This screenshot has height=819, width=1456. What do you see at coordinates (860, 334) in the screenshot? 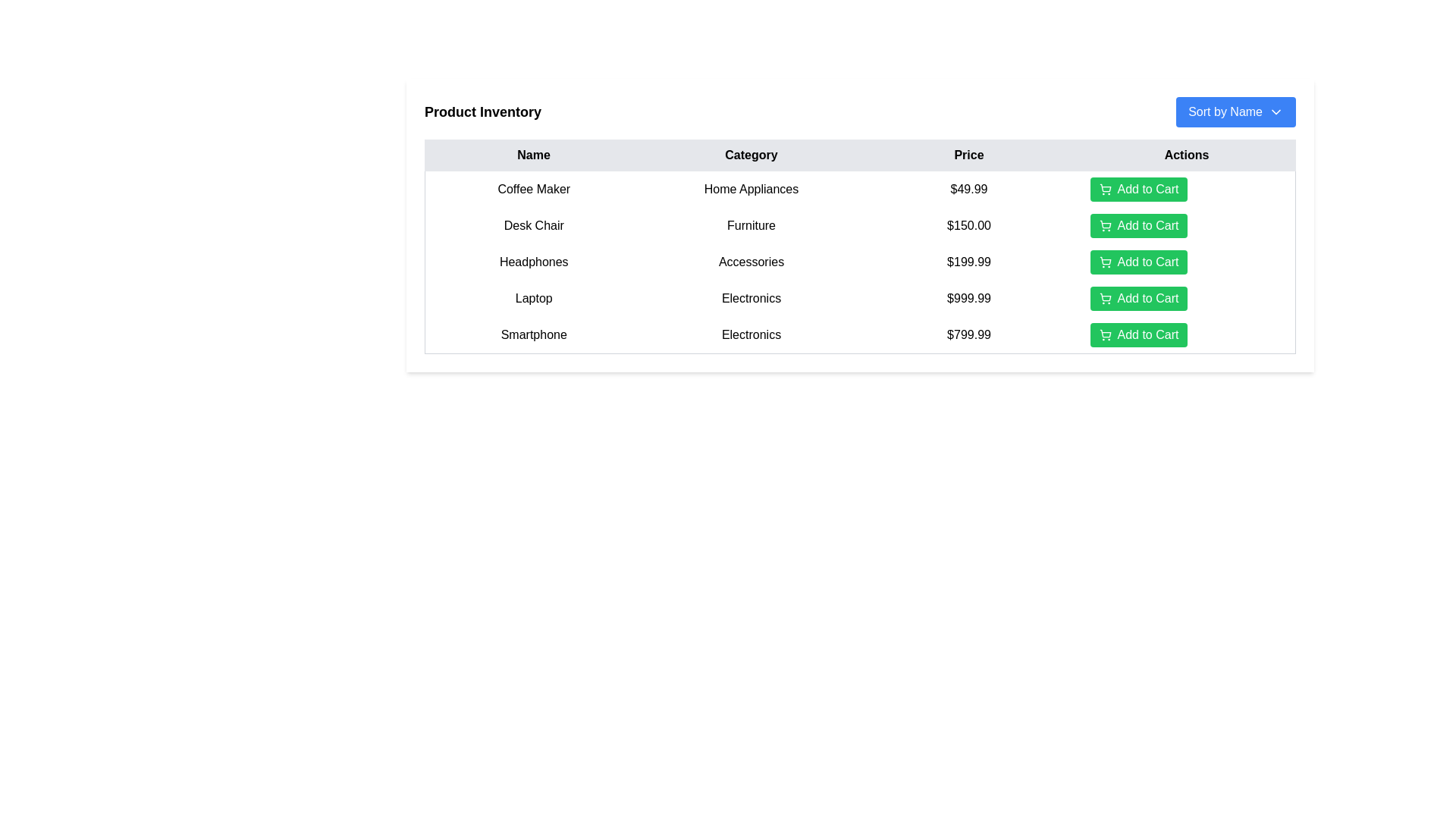
I see `the last row in the product inventory table displaying the product name 'Smartphone', category 'Electronics', and price '$799.99'` at bounding box center [860, 334].